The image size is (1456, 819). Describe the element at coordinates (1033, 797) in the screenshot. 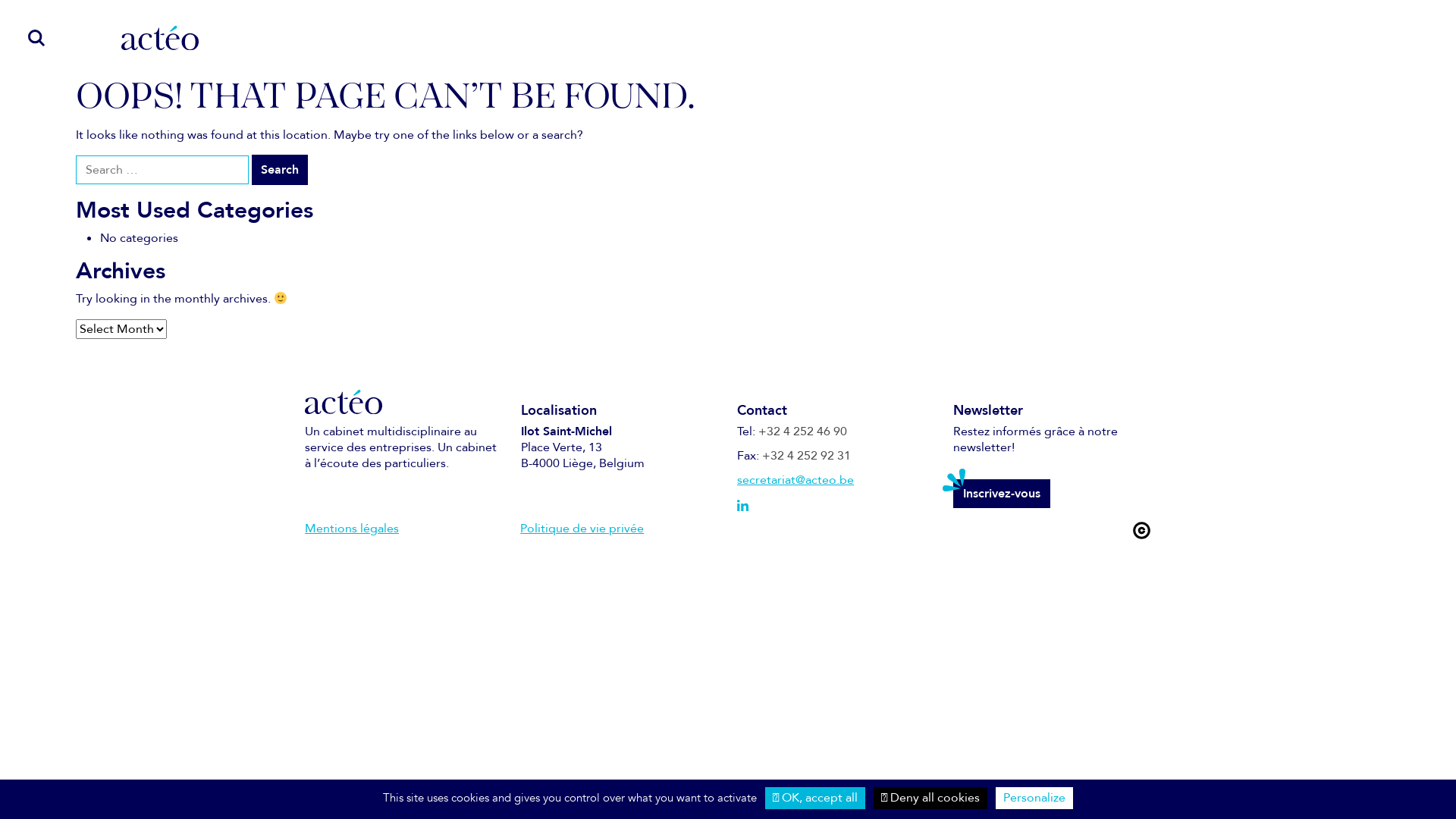

I see `'Personalize'` at that location.